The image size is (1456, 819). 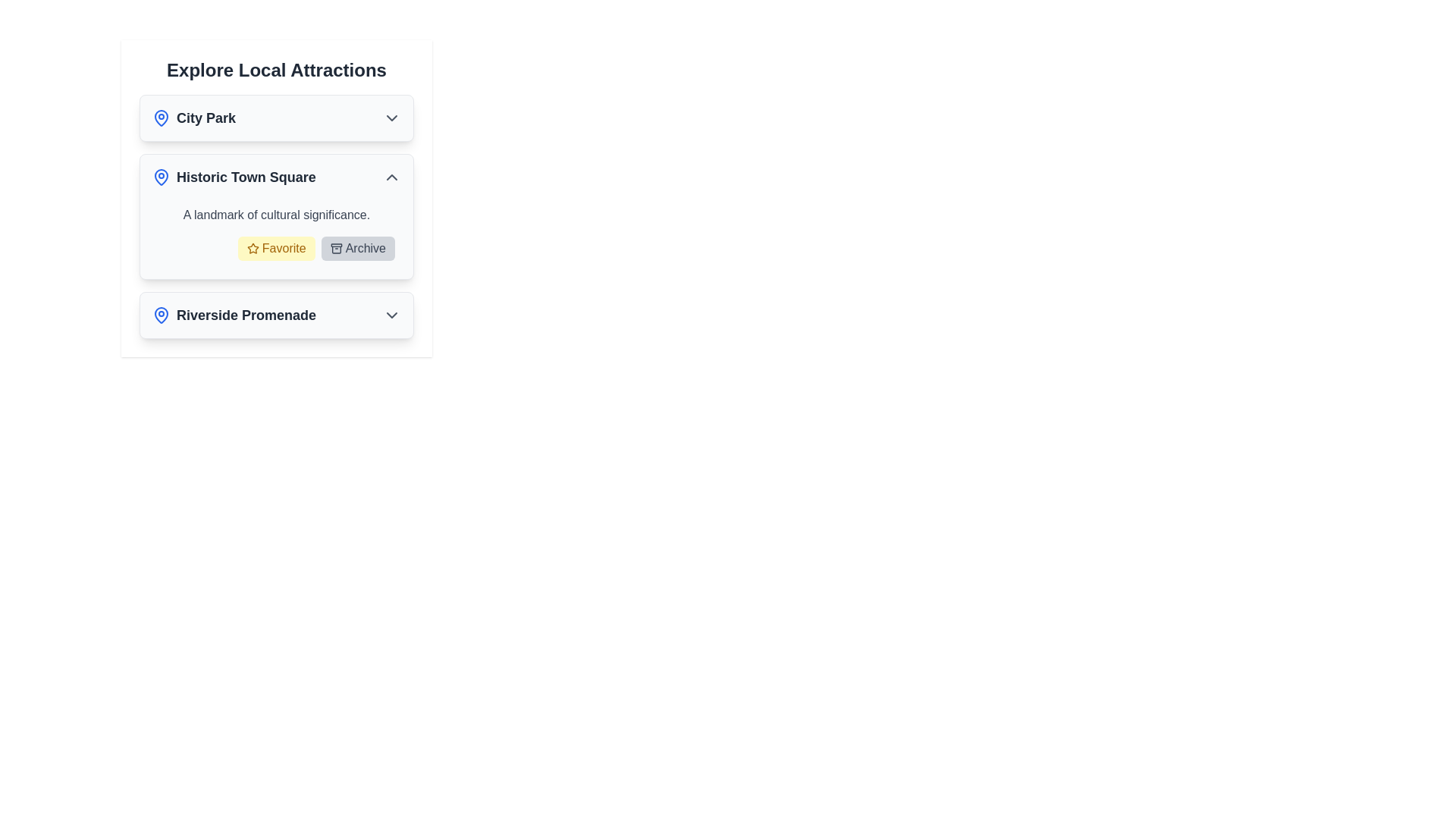 I want to click on the map pin icon with a blue outline located next to the 'Historic Town Square' title to initiate potential interaction, so click(x=161, y=177).